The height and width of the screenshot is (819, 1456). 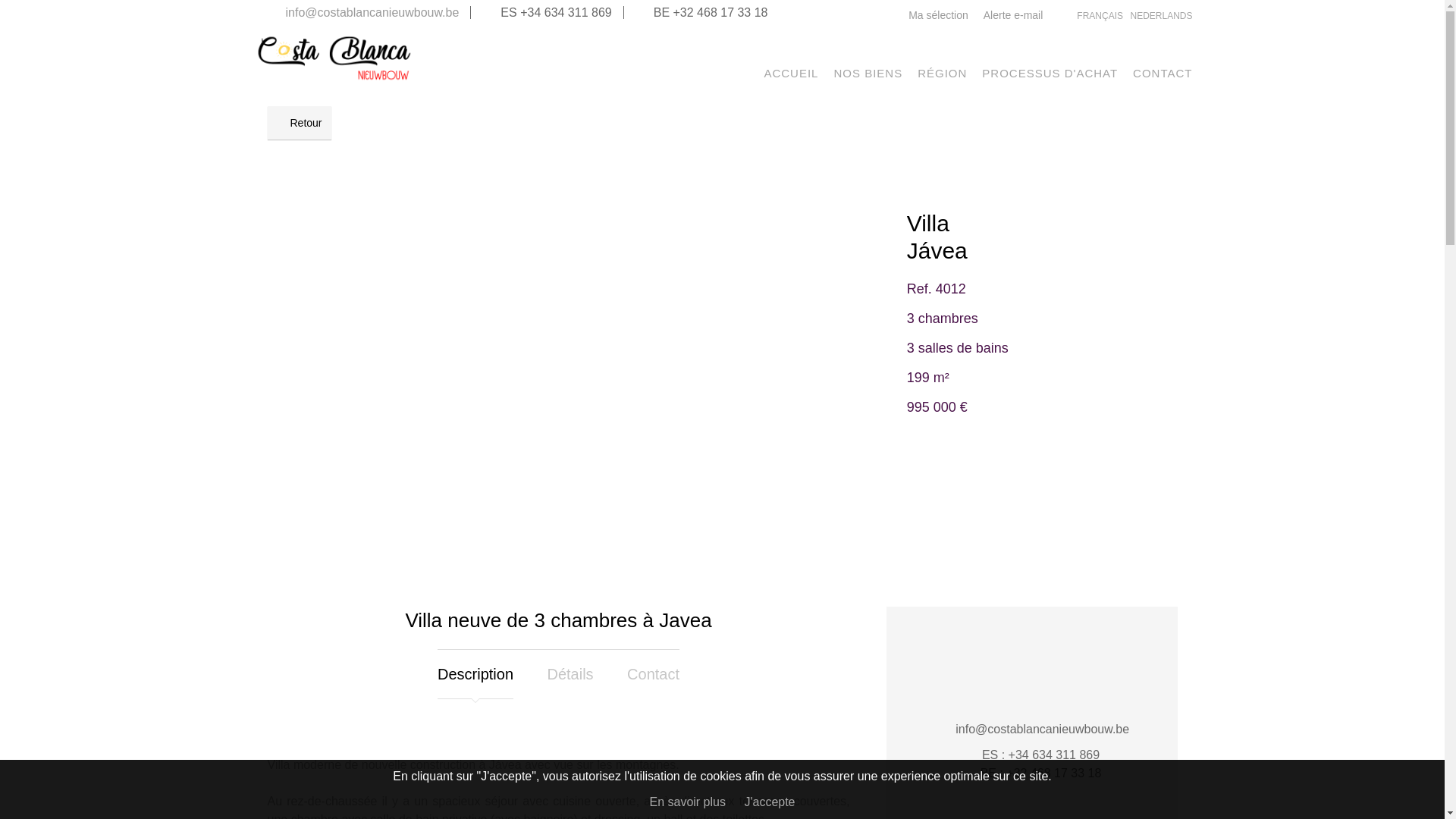 What do you see at coordinates (833, 73) in the screenshot?
I see `'NOS BIENS'` at bounding box center [833, 73].